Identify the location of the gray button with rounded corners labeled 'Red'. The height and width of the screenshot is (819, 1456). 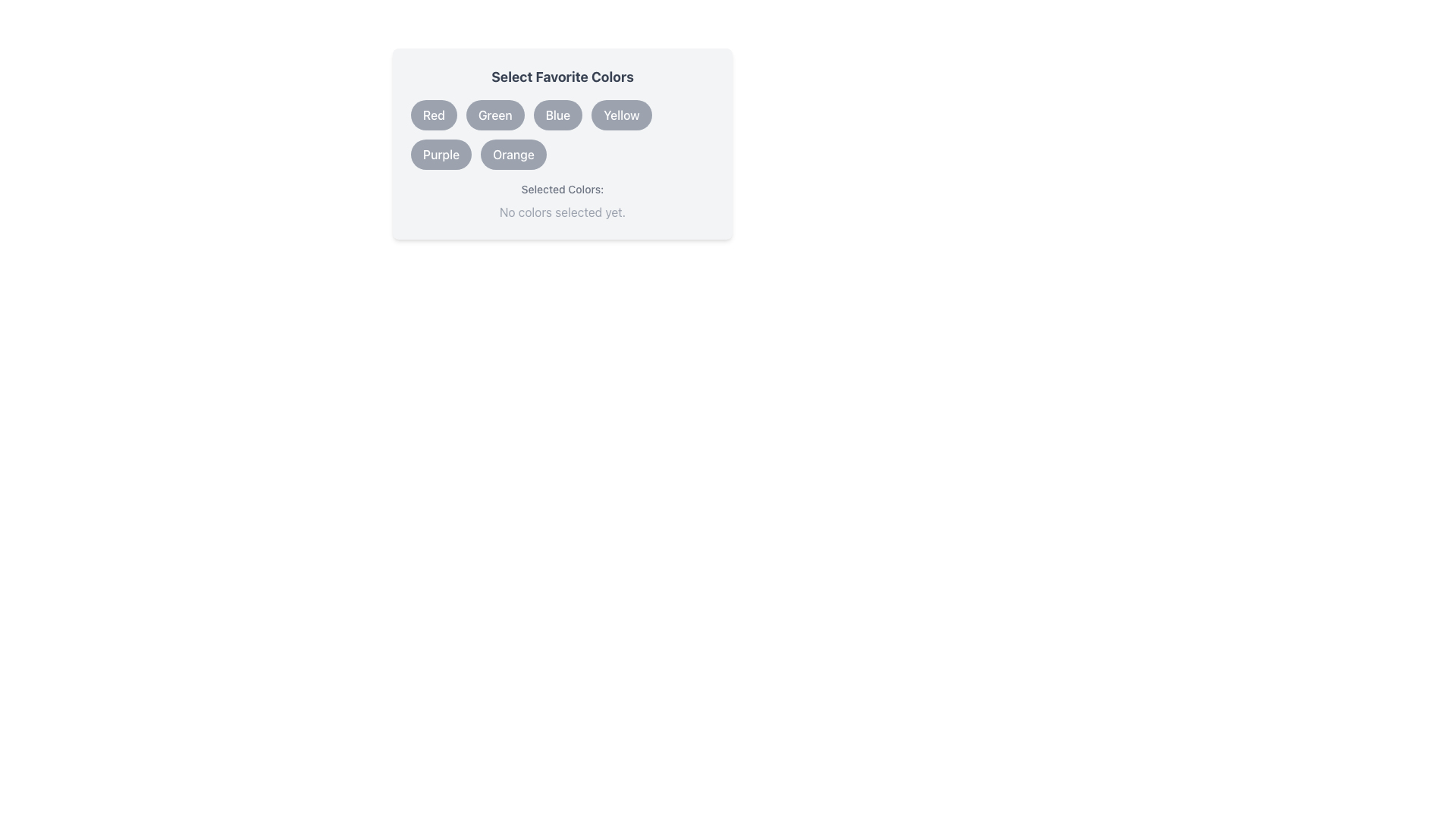
(433, 114).